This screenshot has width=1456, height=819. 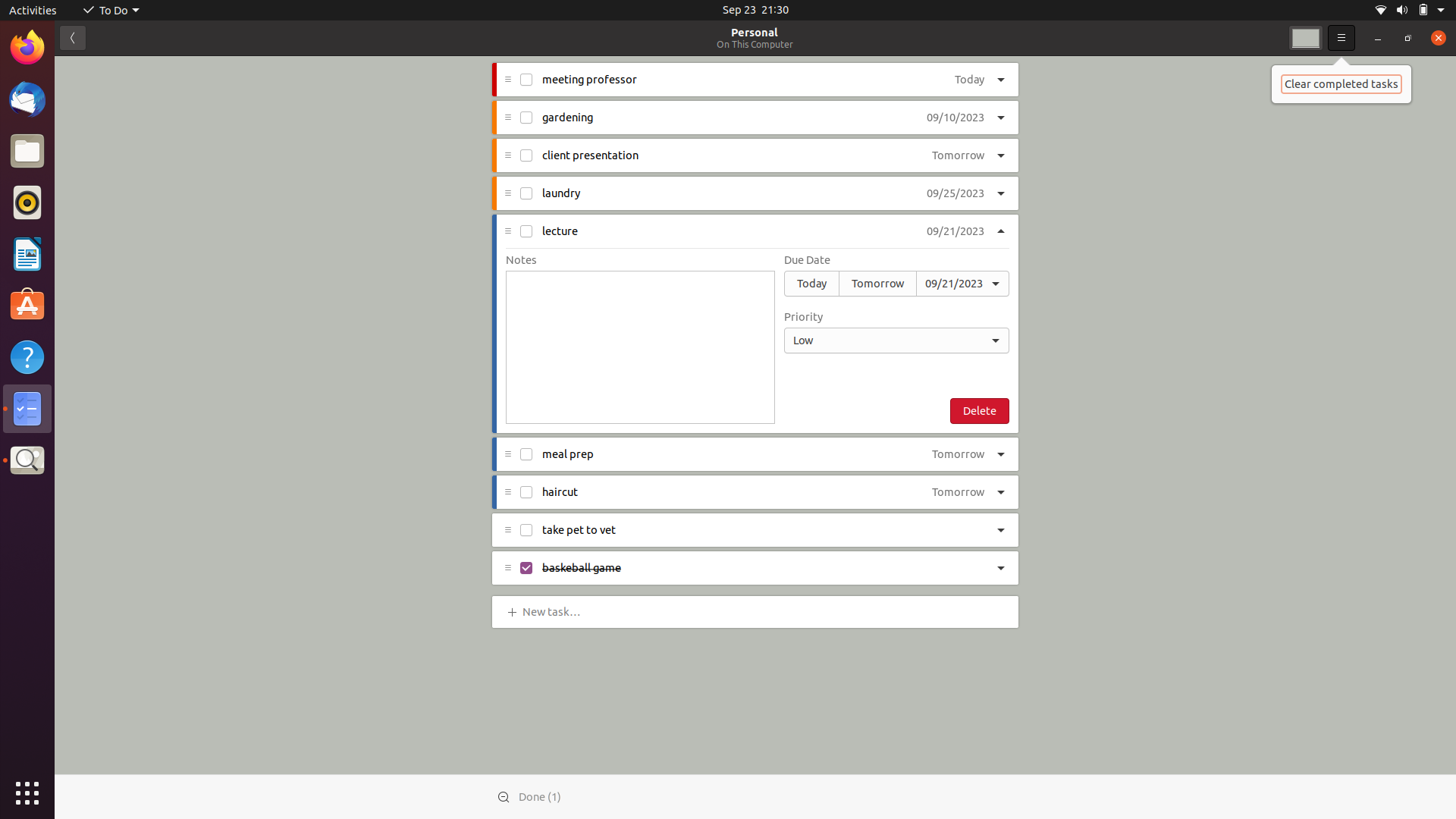 What do you see at coordinates (554, 610) in the screenshot?
I see `Add "data entry" task` at bounding box center [554, 610].